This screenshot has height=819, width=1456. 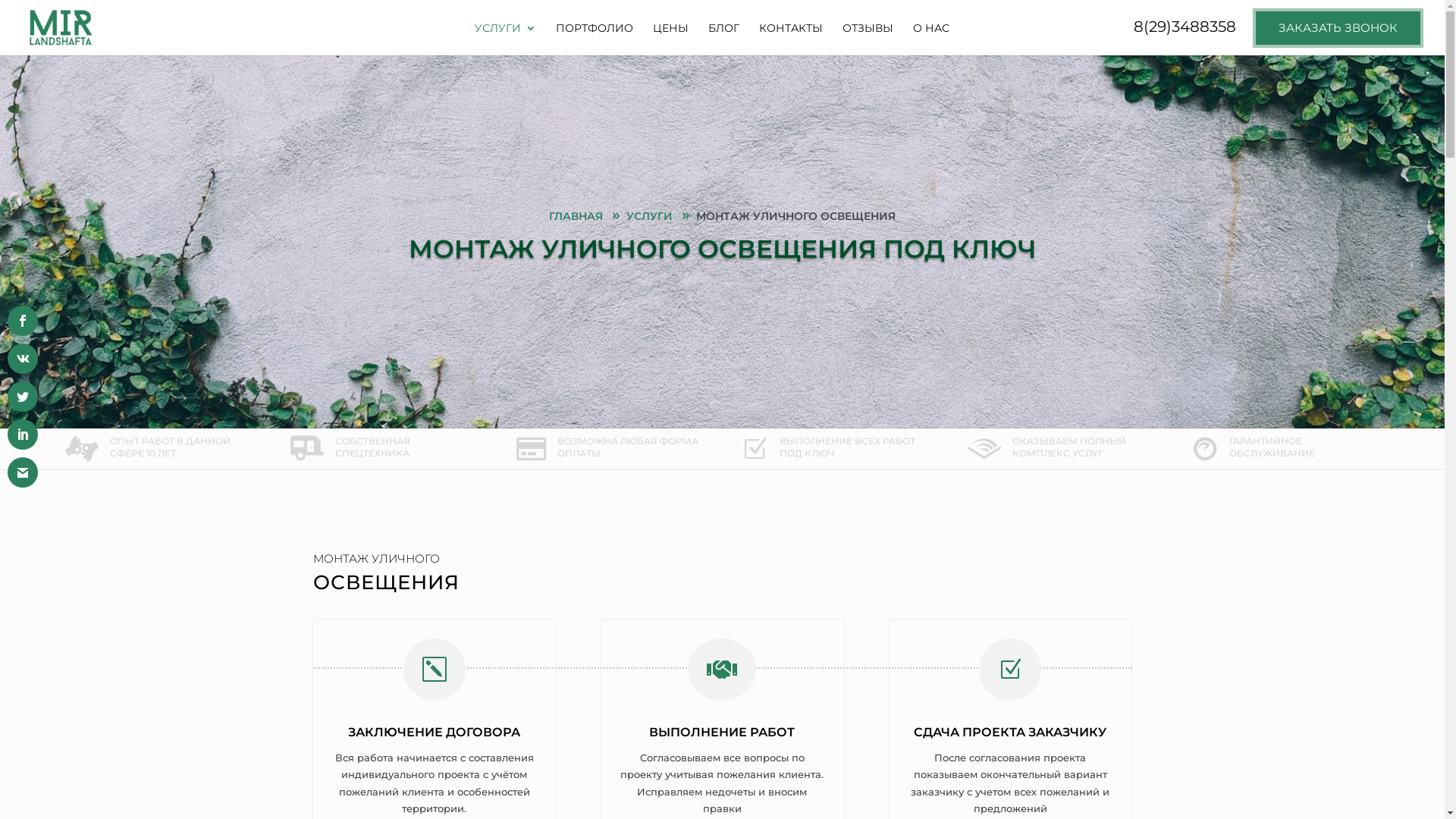 I want to click on '8(29)3488358', so click(x=1133, y=33).